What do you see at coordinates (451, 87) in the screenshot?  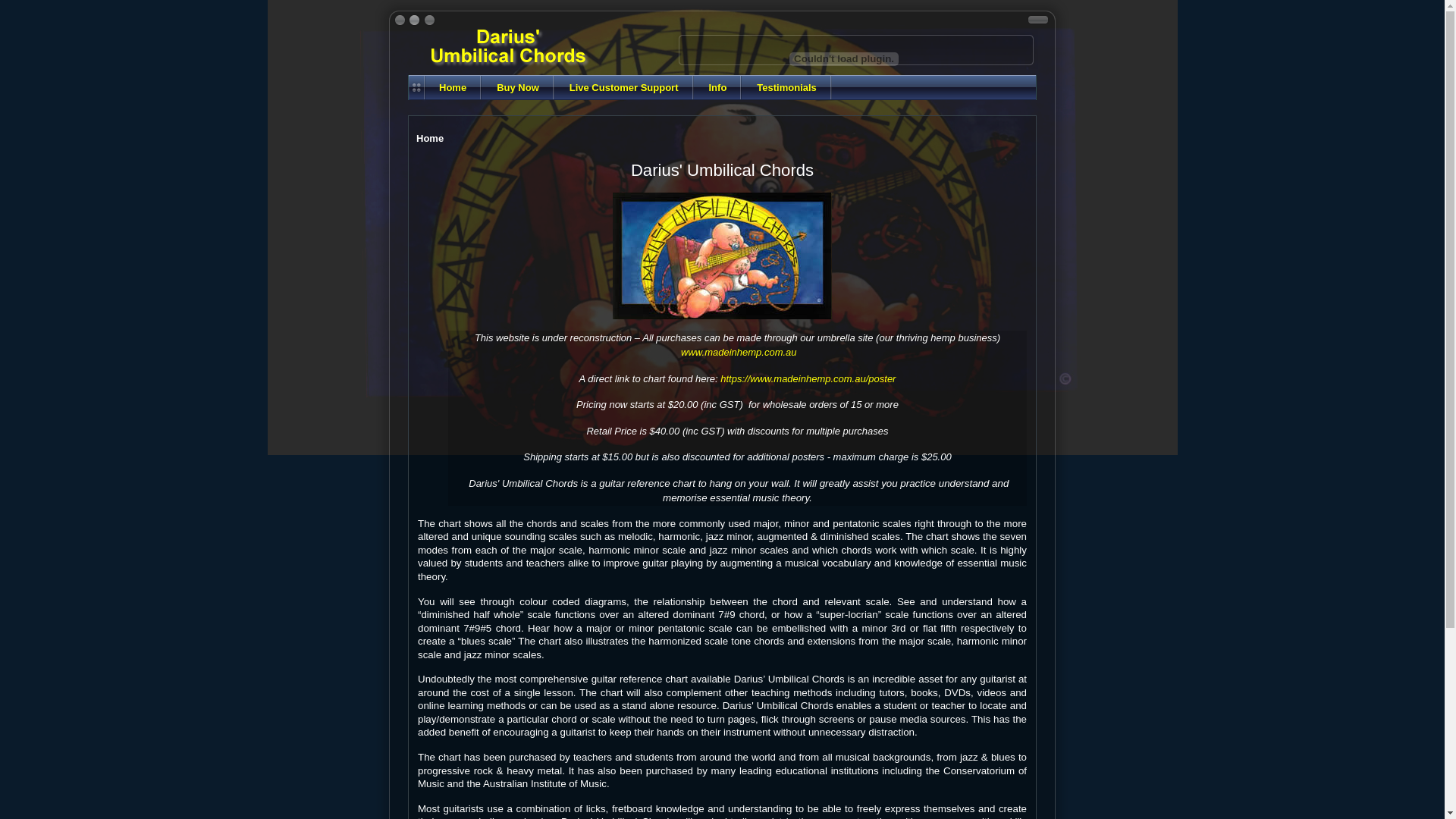 I see `'Home'` at bounding box center [451, 87].